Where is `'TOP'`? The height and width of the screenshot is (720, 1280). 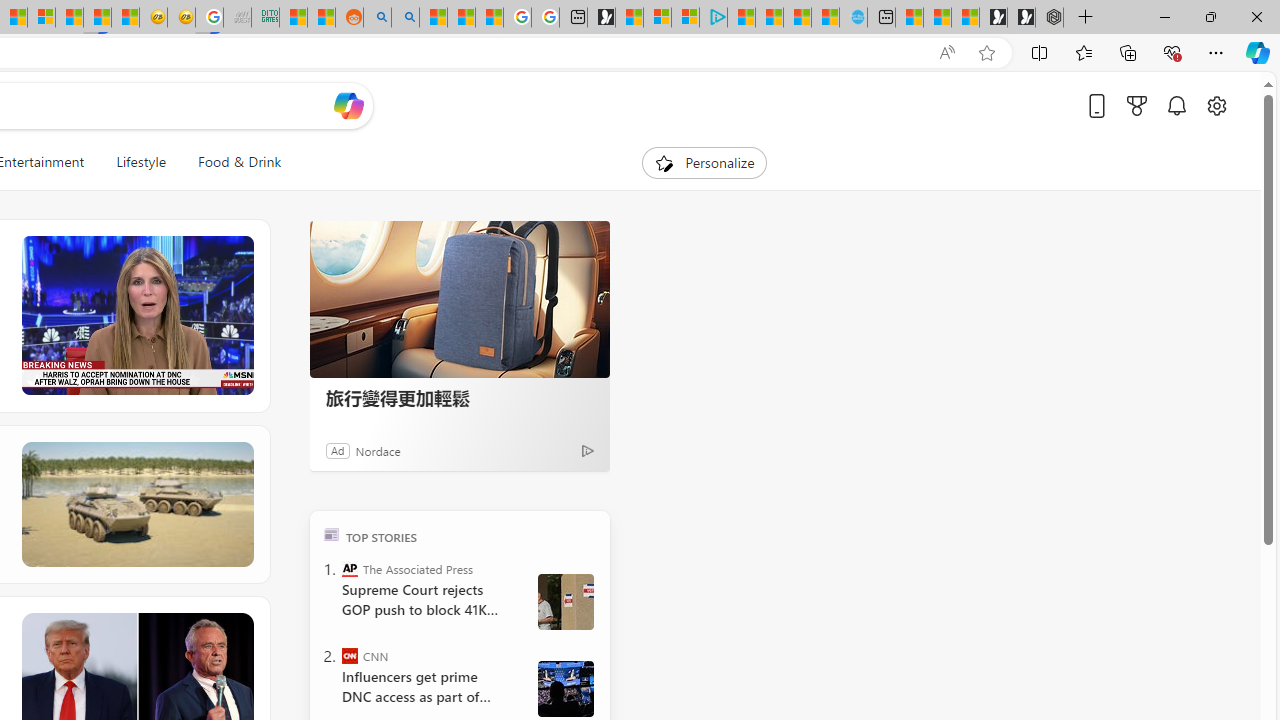
'TOP' is located at coordinates (332, 533).